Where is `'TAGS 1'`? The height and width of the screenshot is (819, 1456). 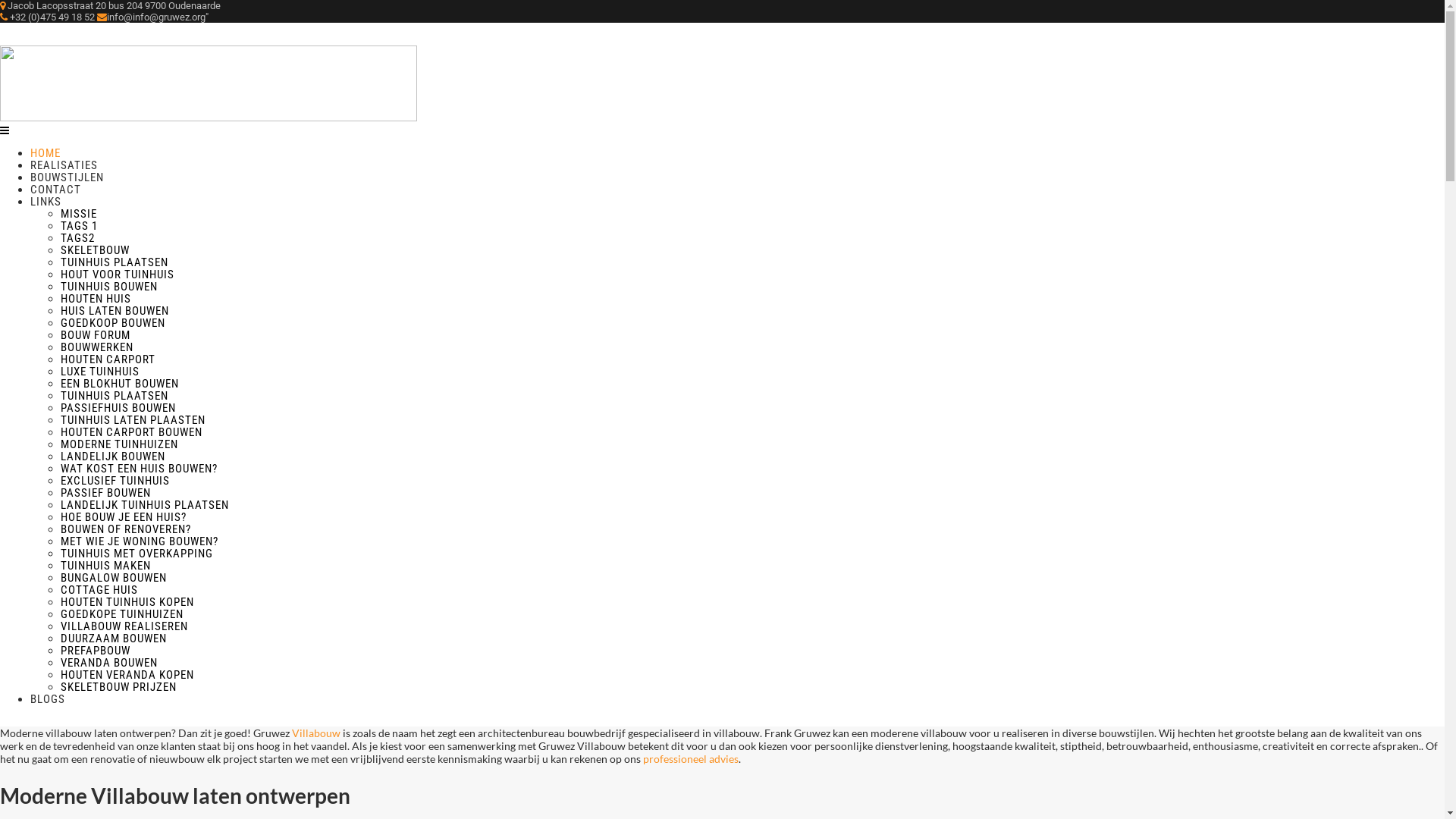 'TAGS 1' is located at coordinates (78, 225).